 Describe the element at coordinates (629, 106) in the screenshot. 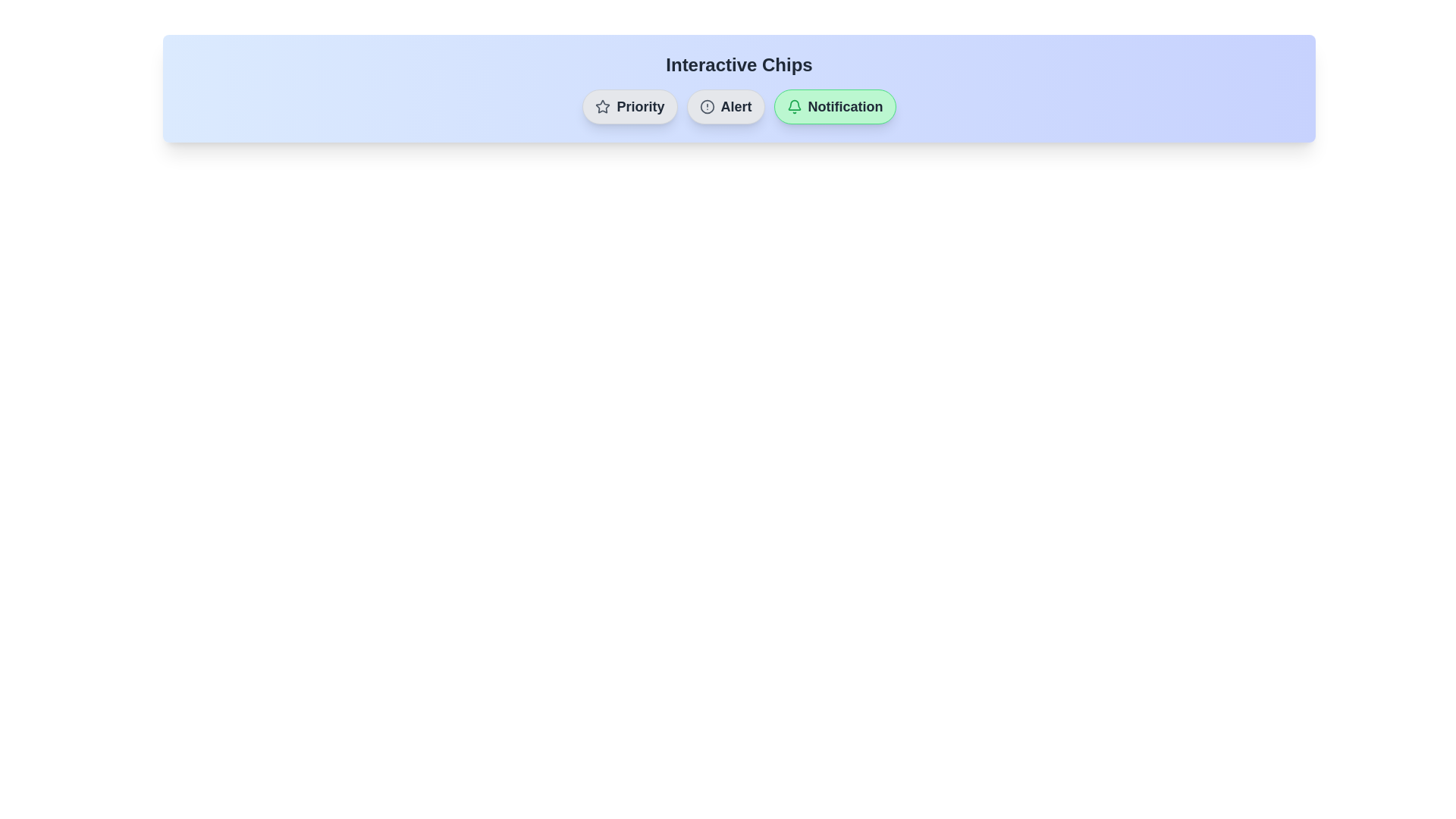

I see `the chip labeled 'Priority' to view its hover effect` at that location.